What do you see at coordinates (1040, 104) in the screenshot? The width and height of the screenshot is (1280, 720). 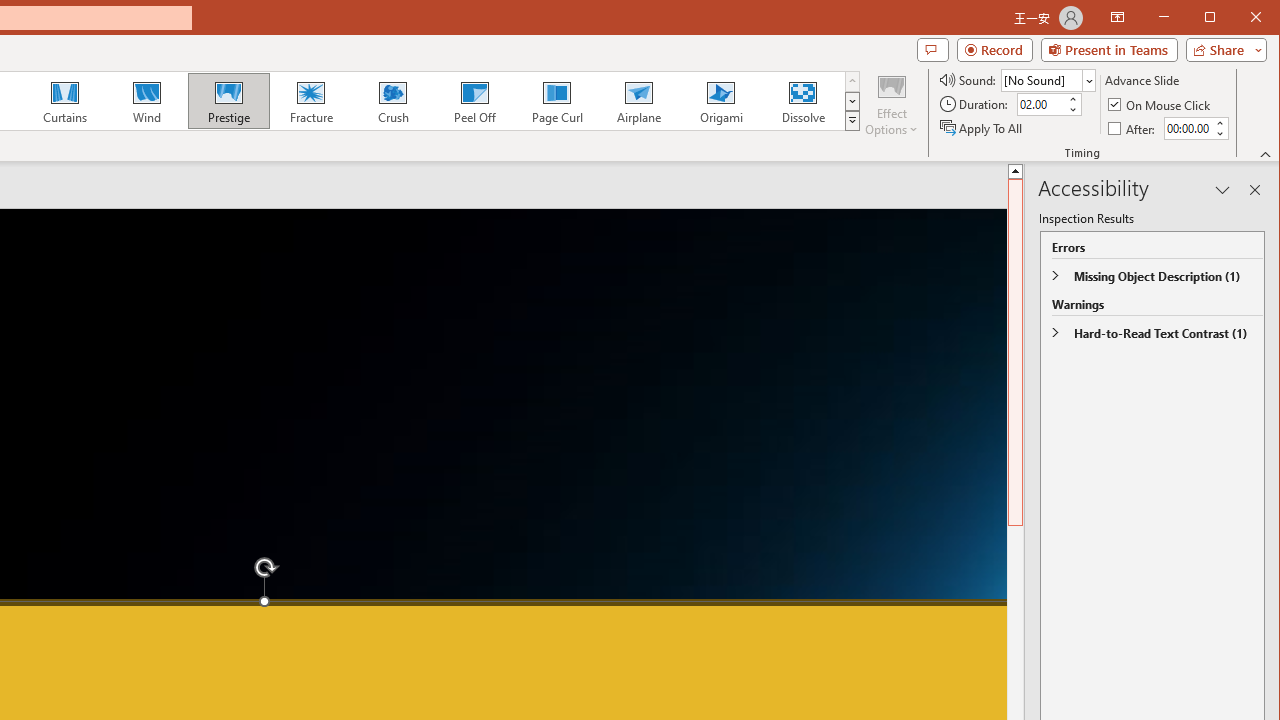 I see `'Duration'` at bounding box center [1040, 104].